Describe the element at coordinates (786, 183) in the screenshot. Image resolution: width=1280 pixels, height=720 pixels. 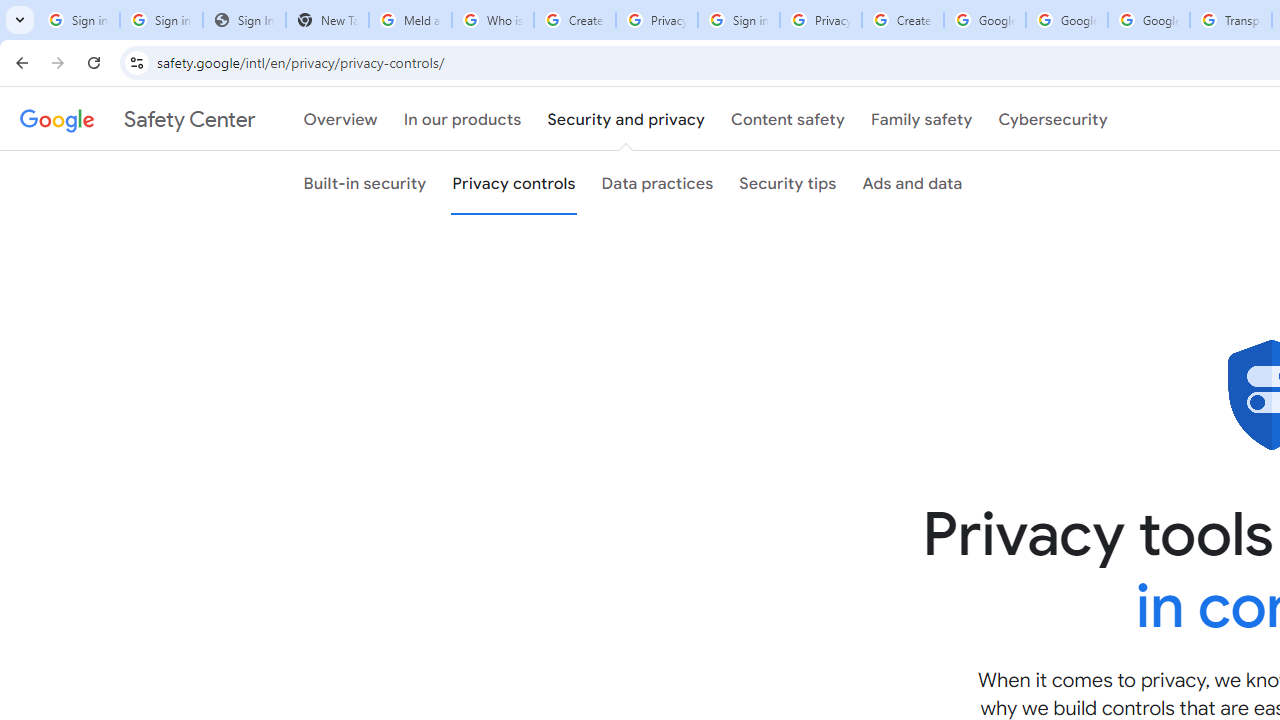
I see `'Security tips'` at that location.